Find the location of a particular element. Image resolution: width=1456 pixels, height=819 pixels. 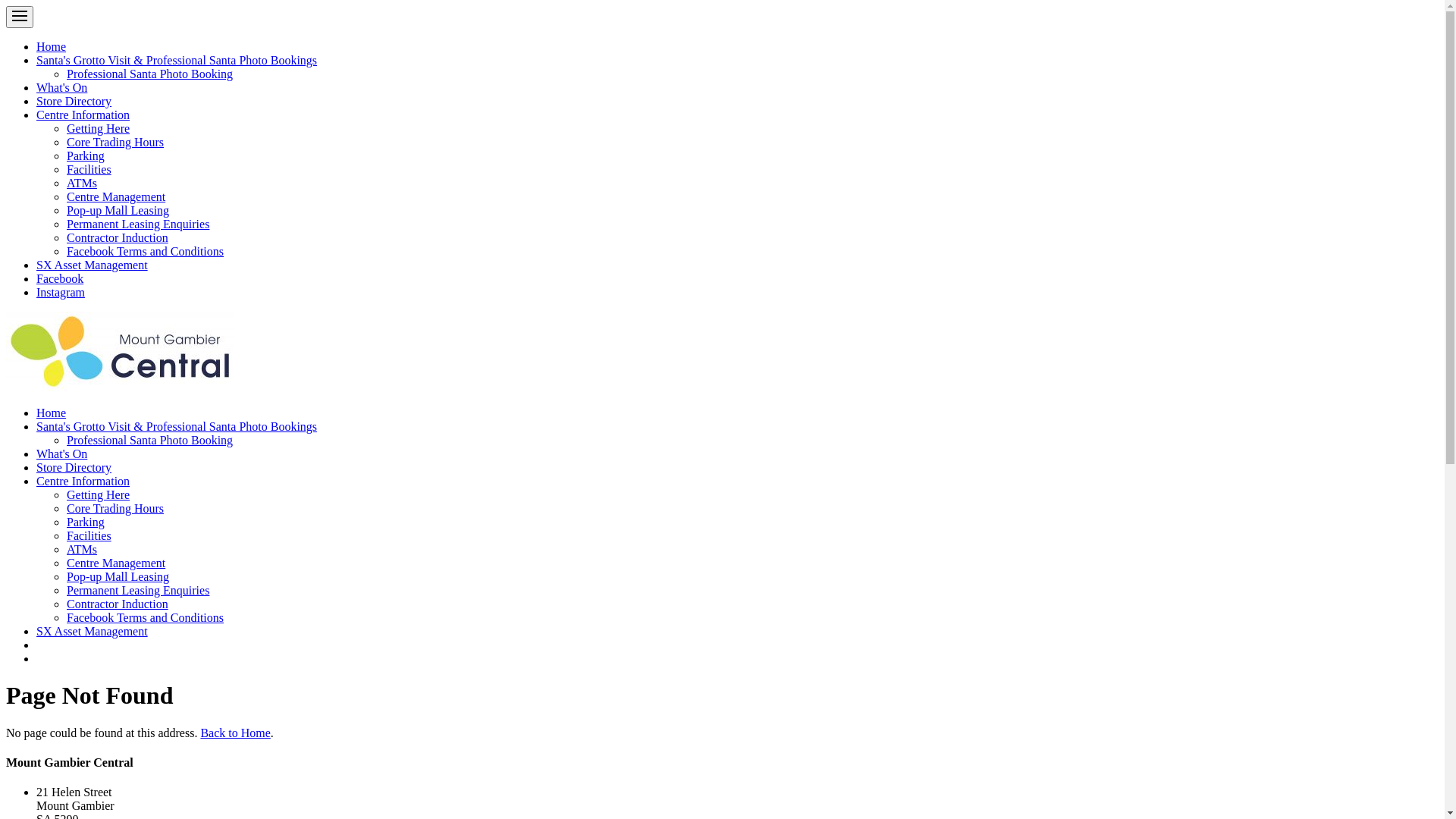

'Permanent Leasing Enquiries' is located at coordinates (138, 589).